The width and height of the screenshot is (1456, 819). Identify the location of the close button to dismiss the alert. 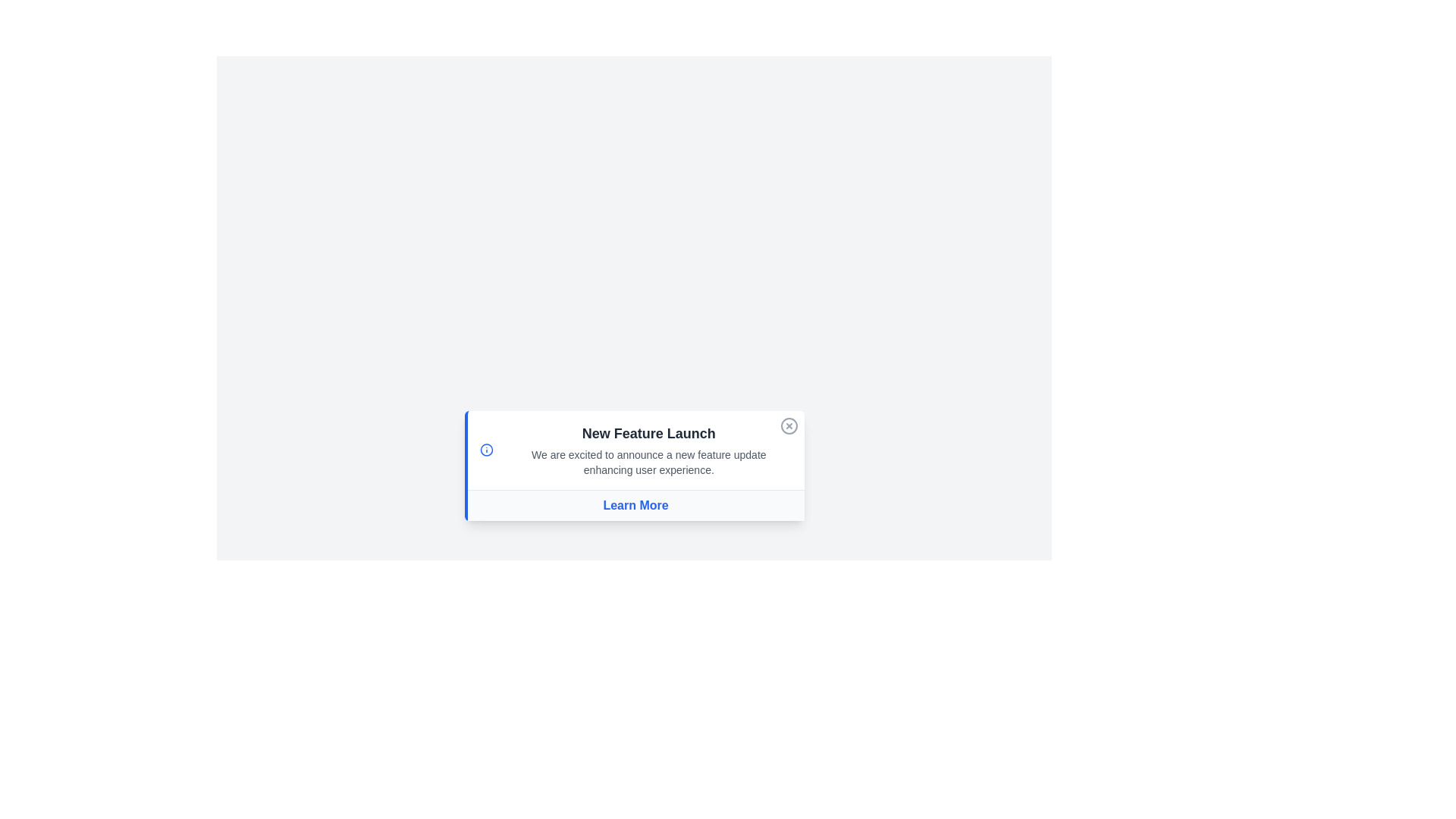
(789, 425).